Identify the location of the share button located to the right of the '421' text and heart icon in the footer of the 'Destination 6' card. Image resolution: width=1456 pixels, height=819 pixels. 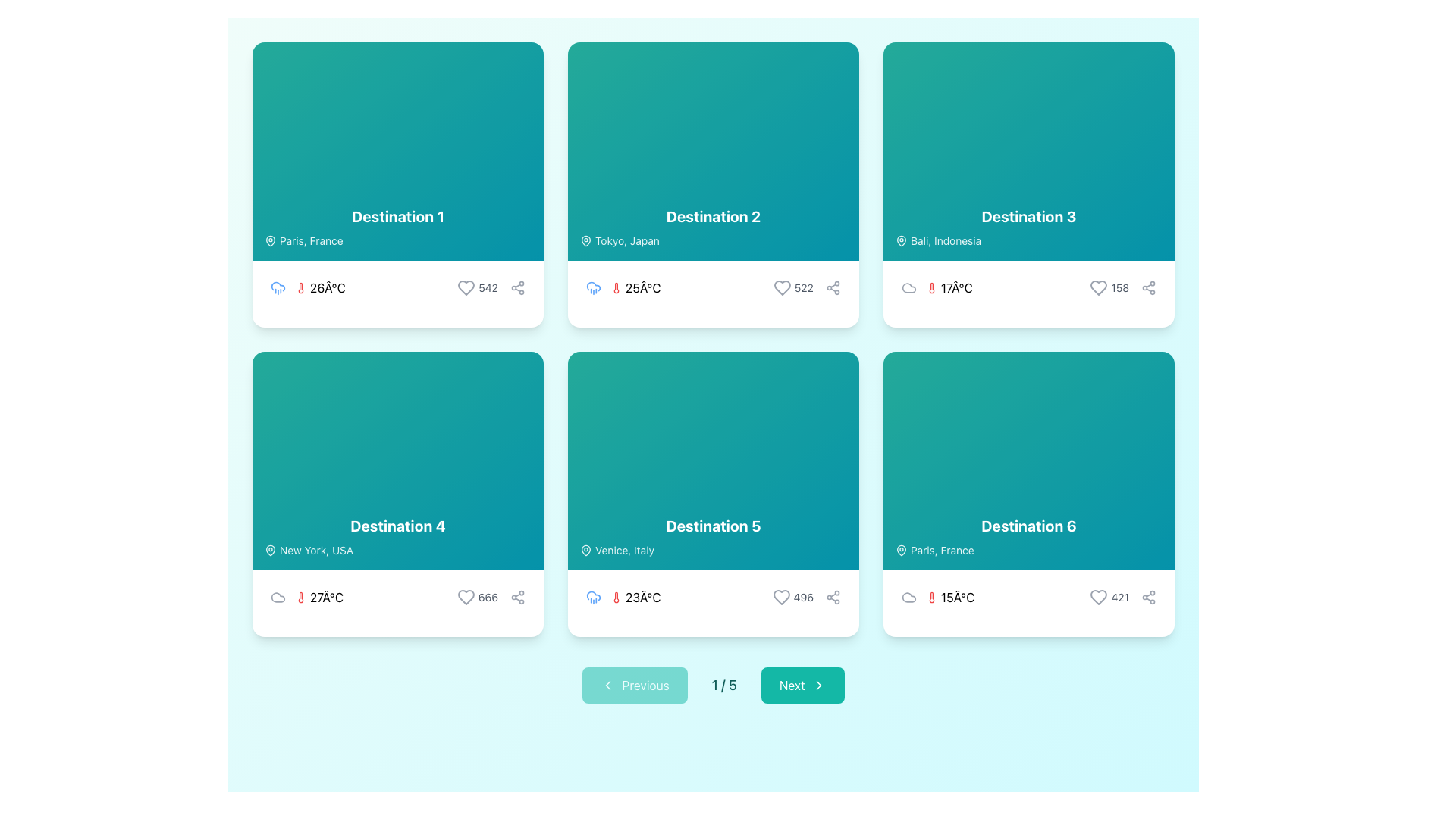
(1149, 596).